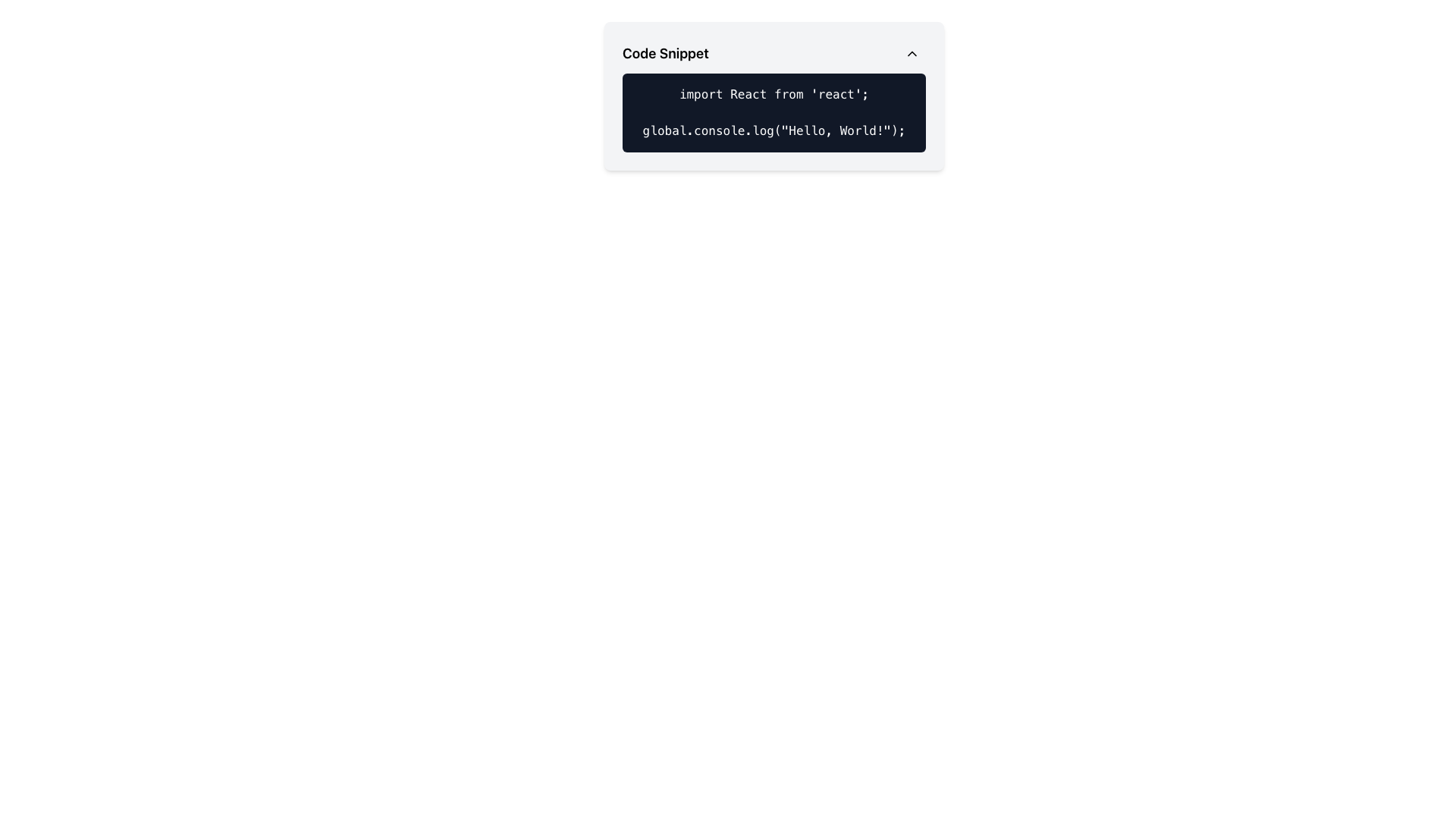 Image resolution: width=1456 pixels, height=819 pixels. I want to click on text within the code block that has a dark background and light-colored text, containing a JavaScript snippet starting with 'import React from 'react'; located under the 'Code Snippet' title, so click(774, 112).